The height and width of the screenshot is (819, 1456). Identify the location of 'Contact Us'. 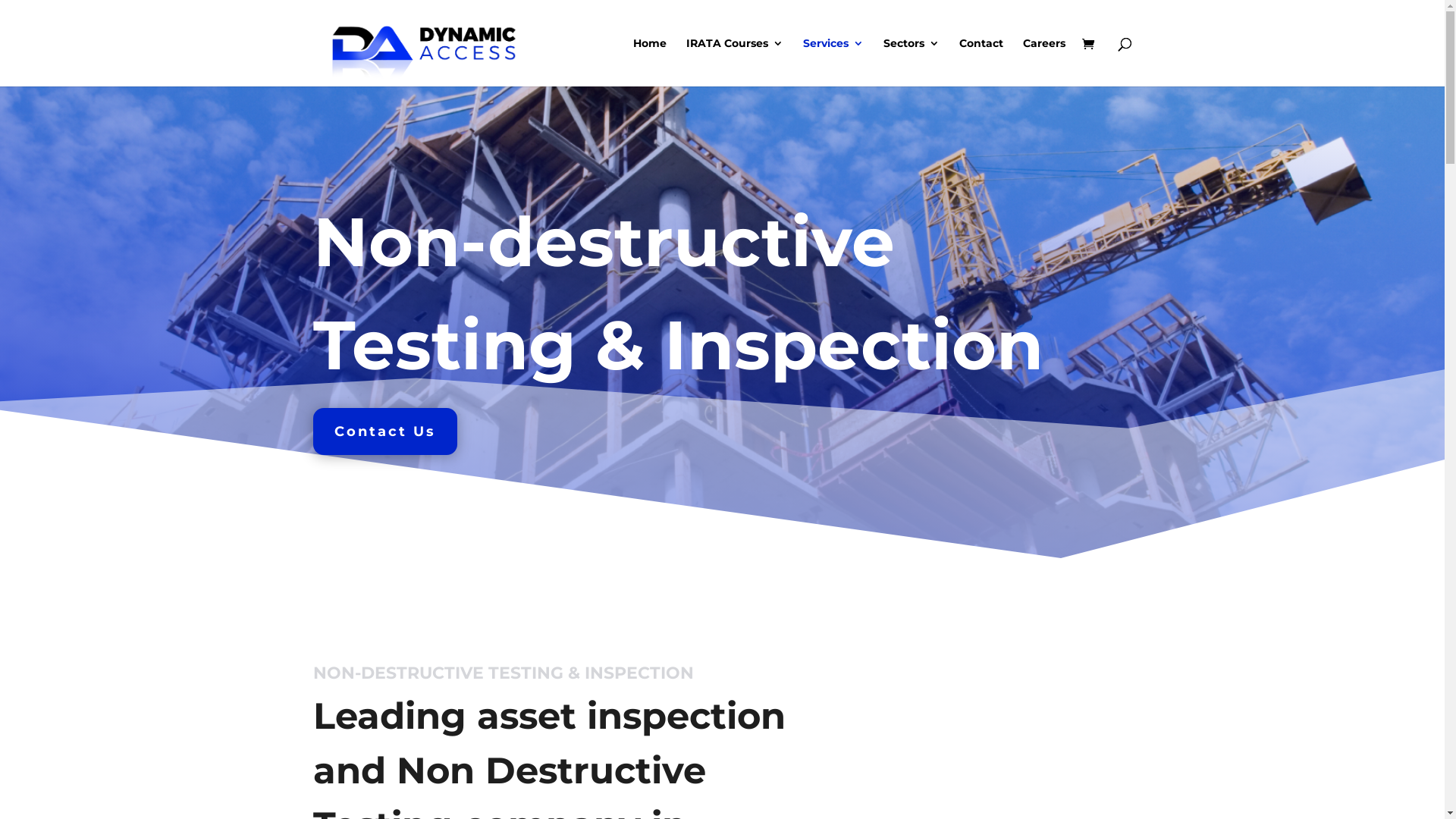
(312, 431).